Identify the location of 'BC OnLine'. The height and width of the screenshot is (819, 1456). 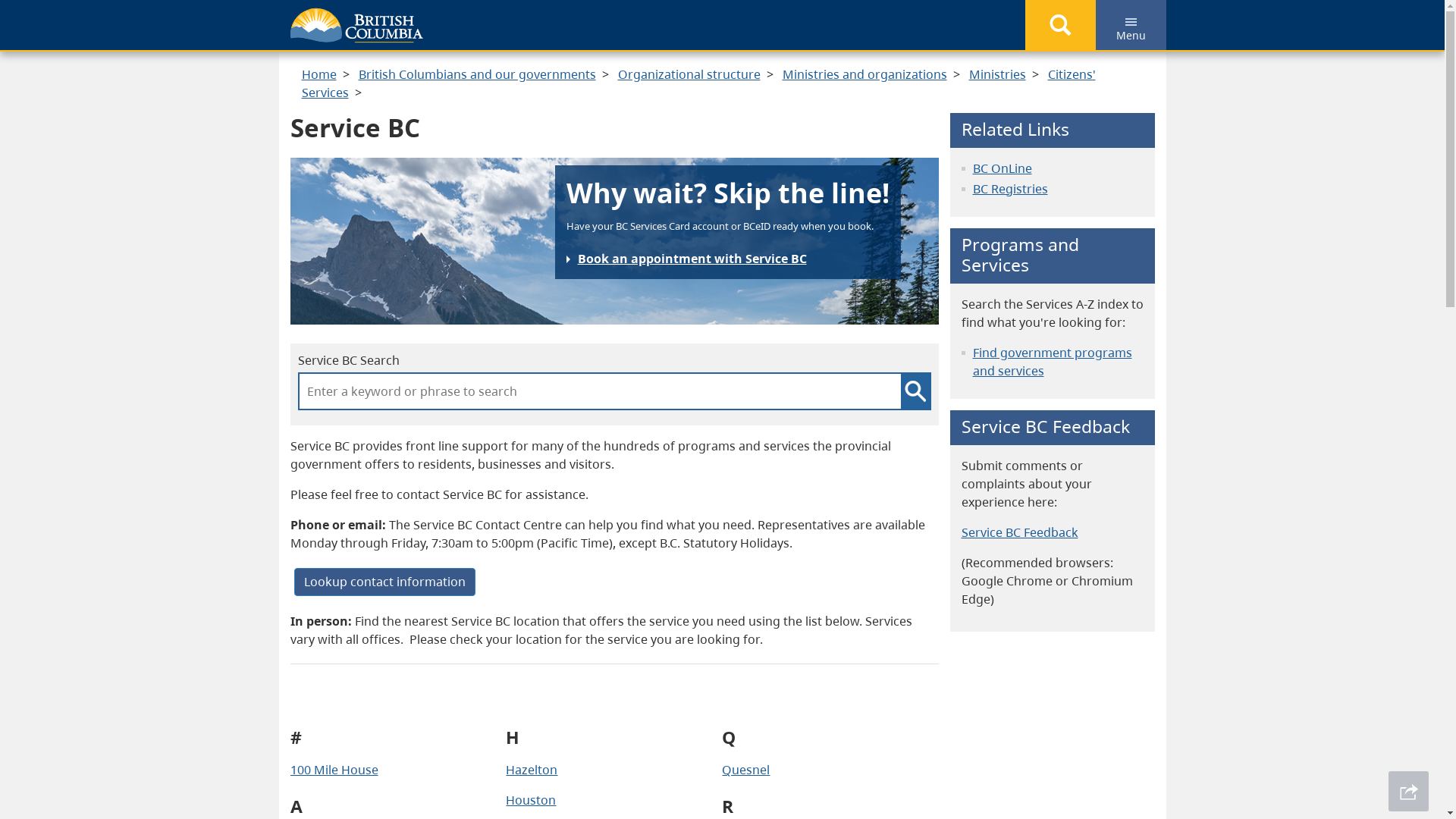
(971, 168).